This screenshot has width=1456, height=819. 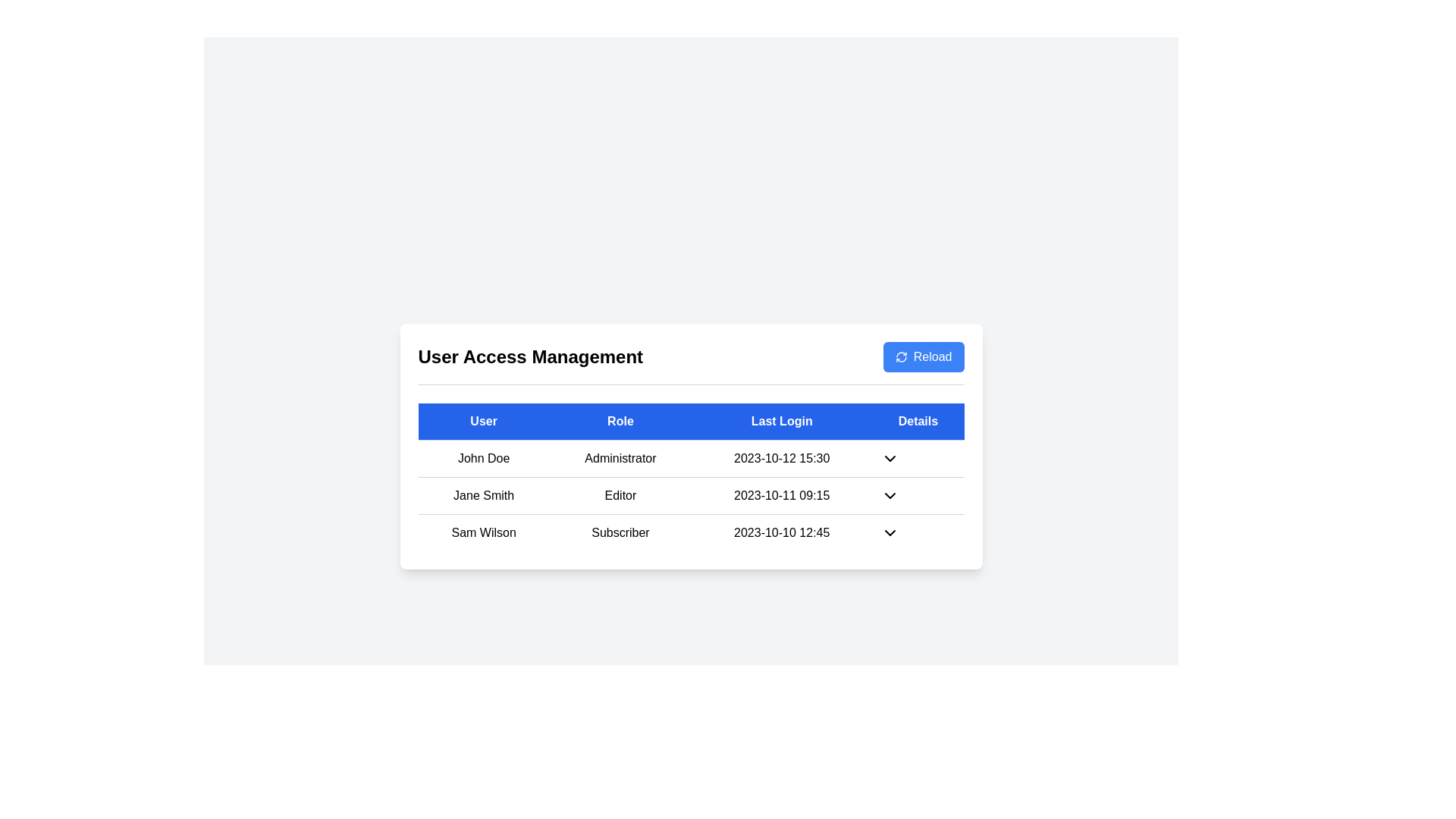 What do you see at coordinates (690, 458) in the screenshot?
I see `the first row of the user information list` at bounding box center [690, 458].